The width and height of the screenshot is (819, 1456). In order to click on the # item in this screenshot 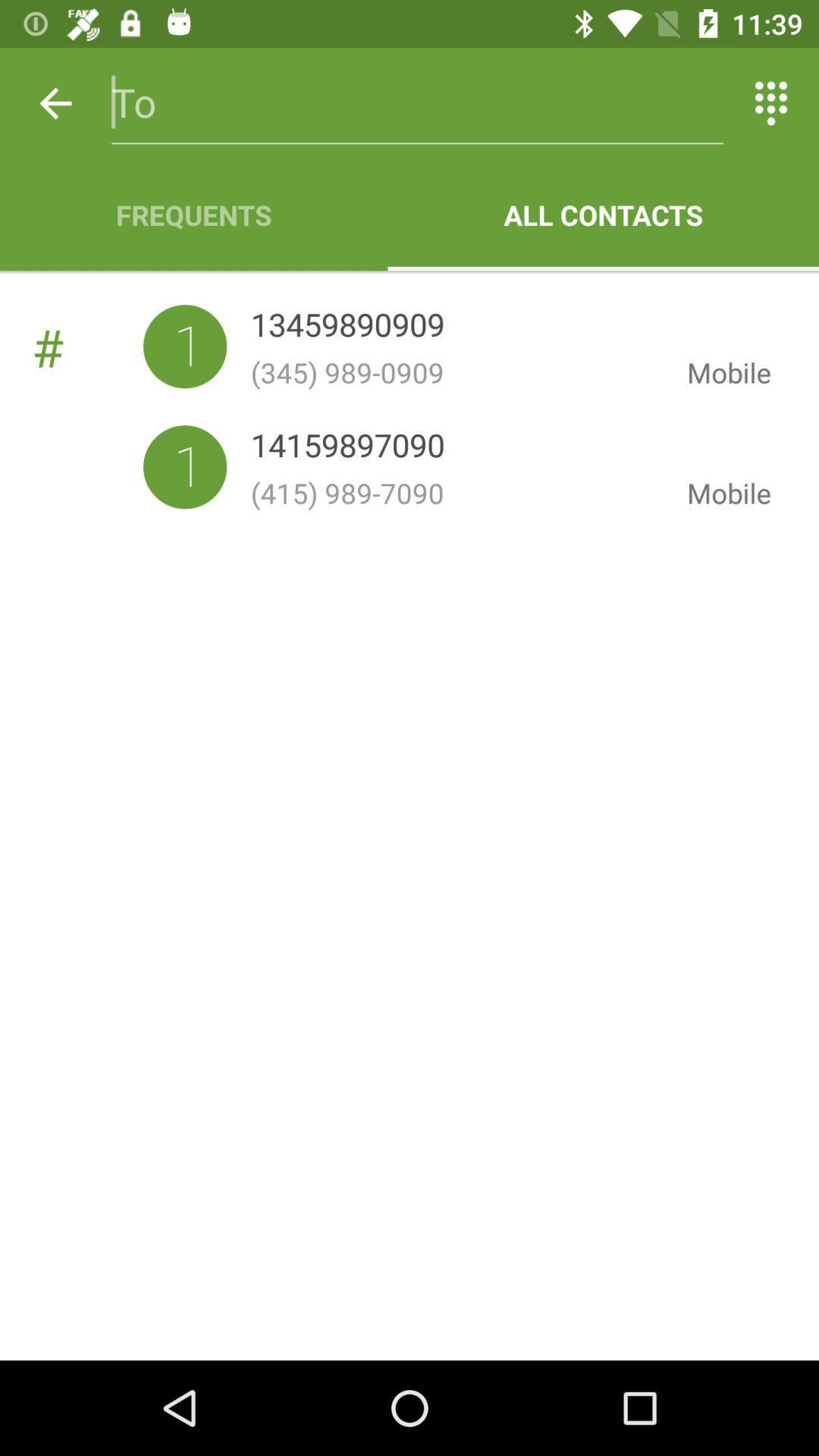, I will do `click(87, 346)`.